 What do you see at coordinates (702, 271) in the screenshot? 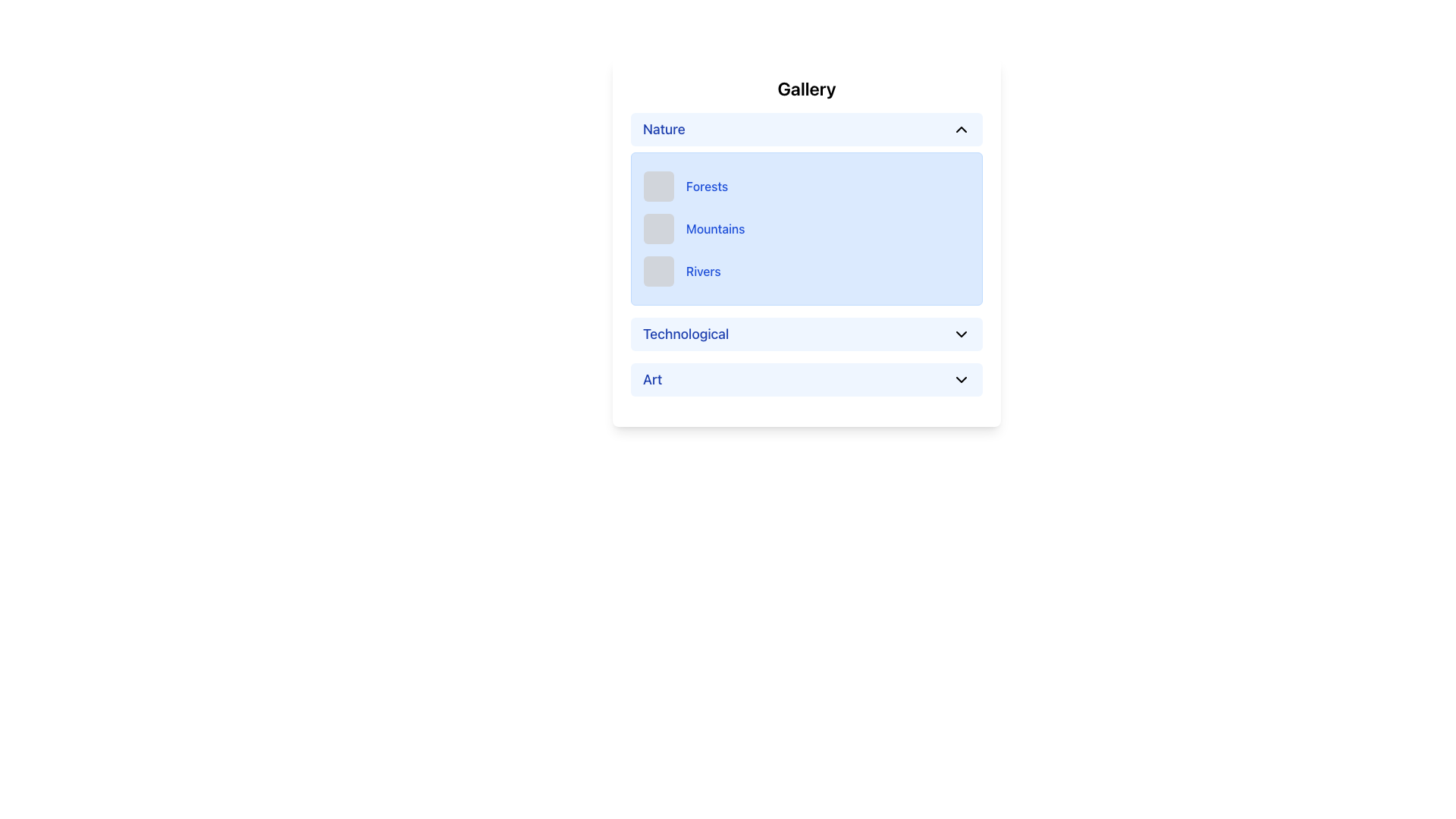
I see `the text label 'Rivers' which is styled in blue and located` at bounding box center [702, 271].